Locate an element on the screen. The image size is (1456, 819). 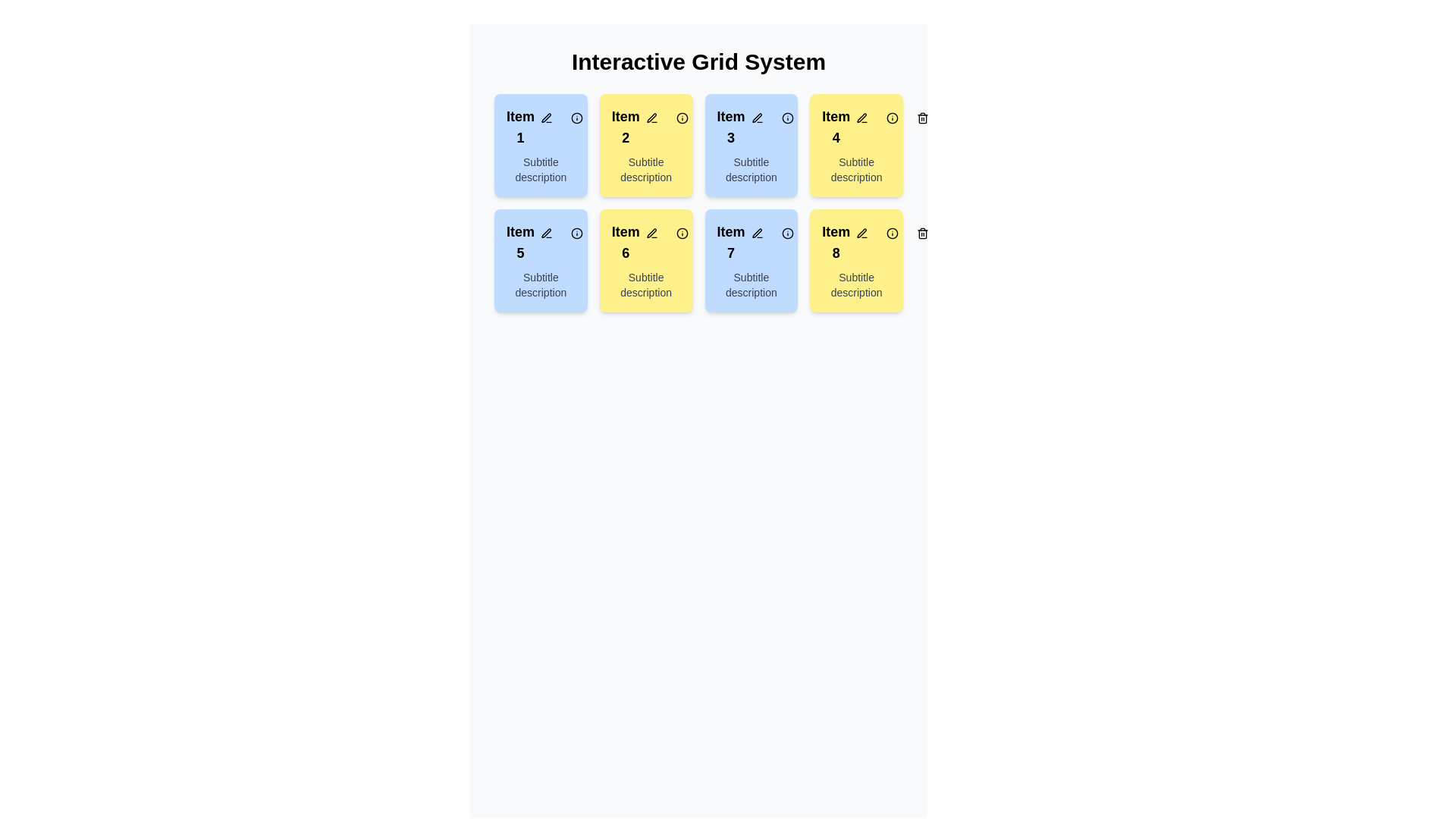
the Text label located at the bottom of the blue-tinted card labeled 'Item 3' is located at coordinates (751, 169).